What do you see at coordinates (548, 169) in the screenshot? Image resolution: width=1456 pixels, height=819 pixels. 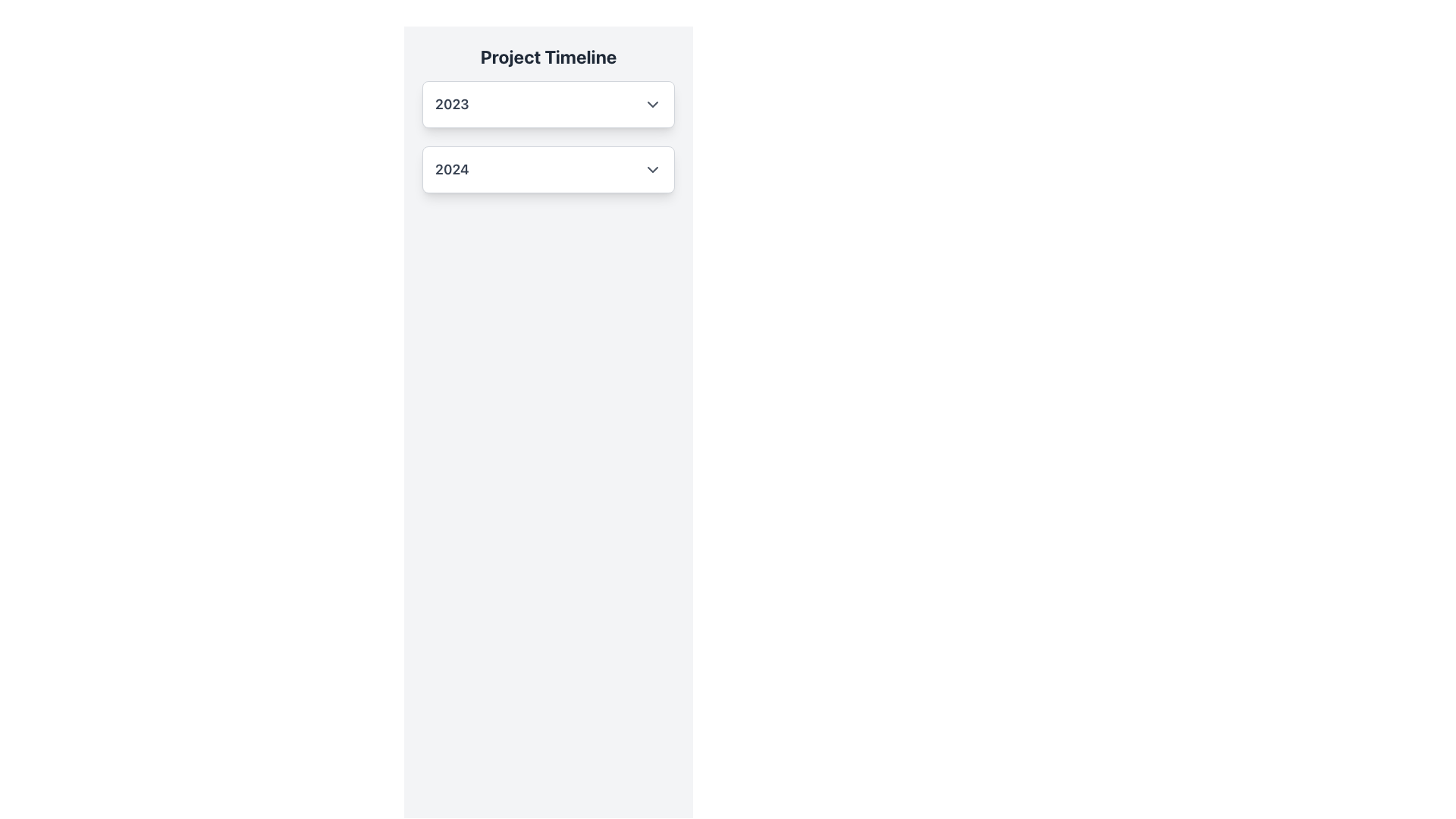 I see `the dropdown option for the year '2024' located directly below the '2023' option` at bounding box center [548, 169].